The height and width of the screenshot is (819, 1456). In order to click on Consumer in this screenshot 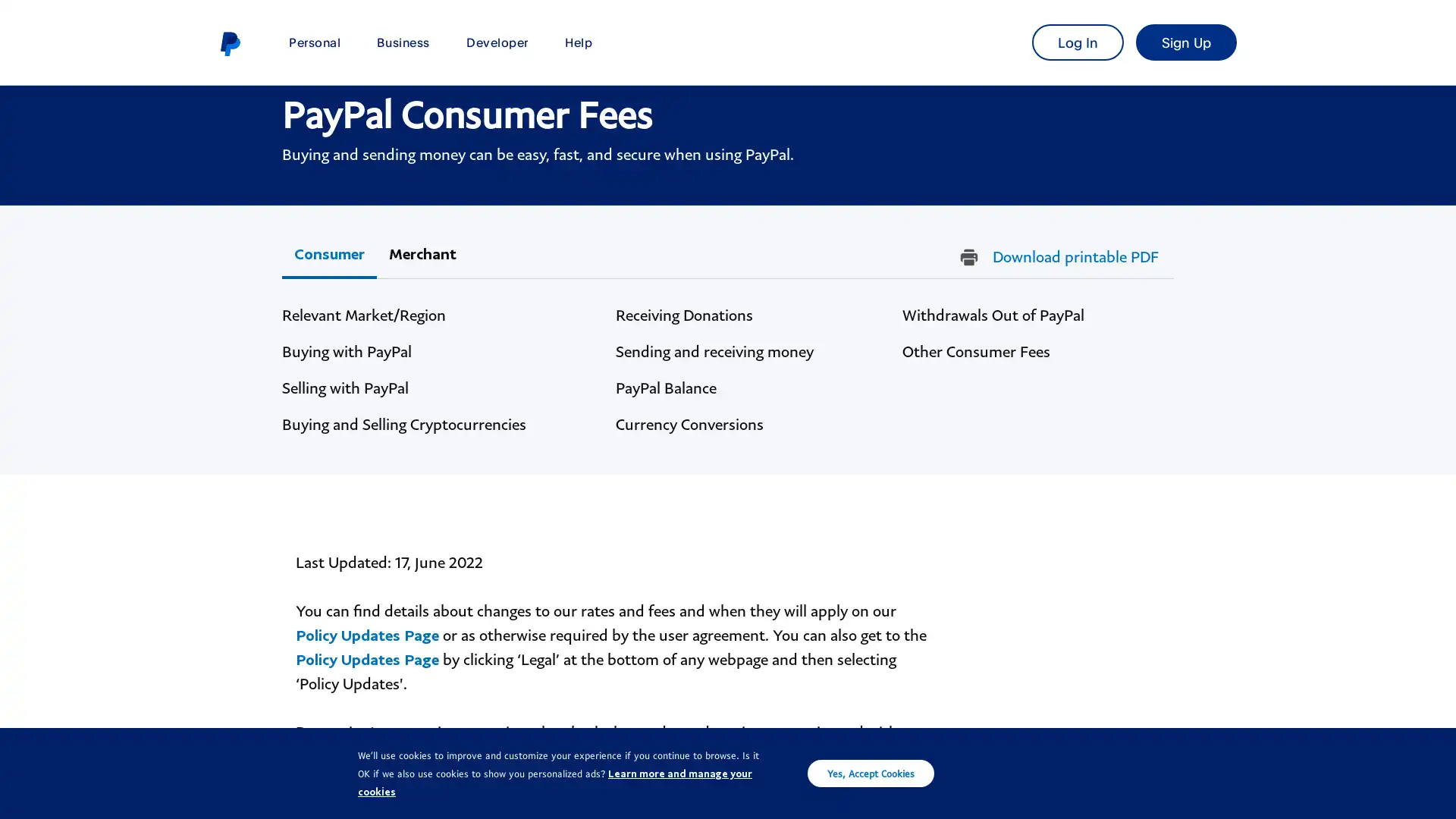, I will do `click(328, 253)`.